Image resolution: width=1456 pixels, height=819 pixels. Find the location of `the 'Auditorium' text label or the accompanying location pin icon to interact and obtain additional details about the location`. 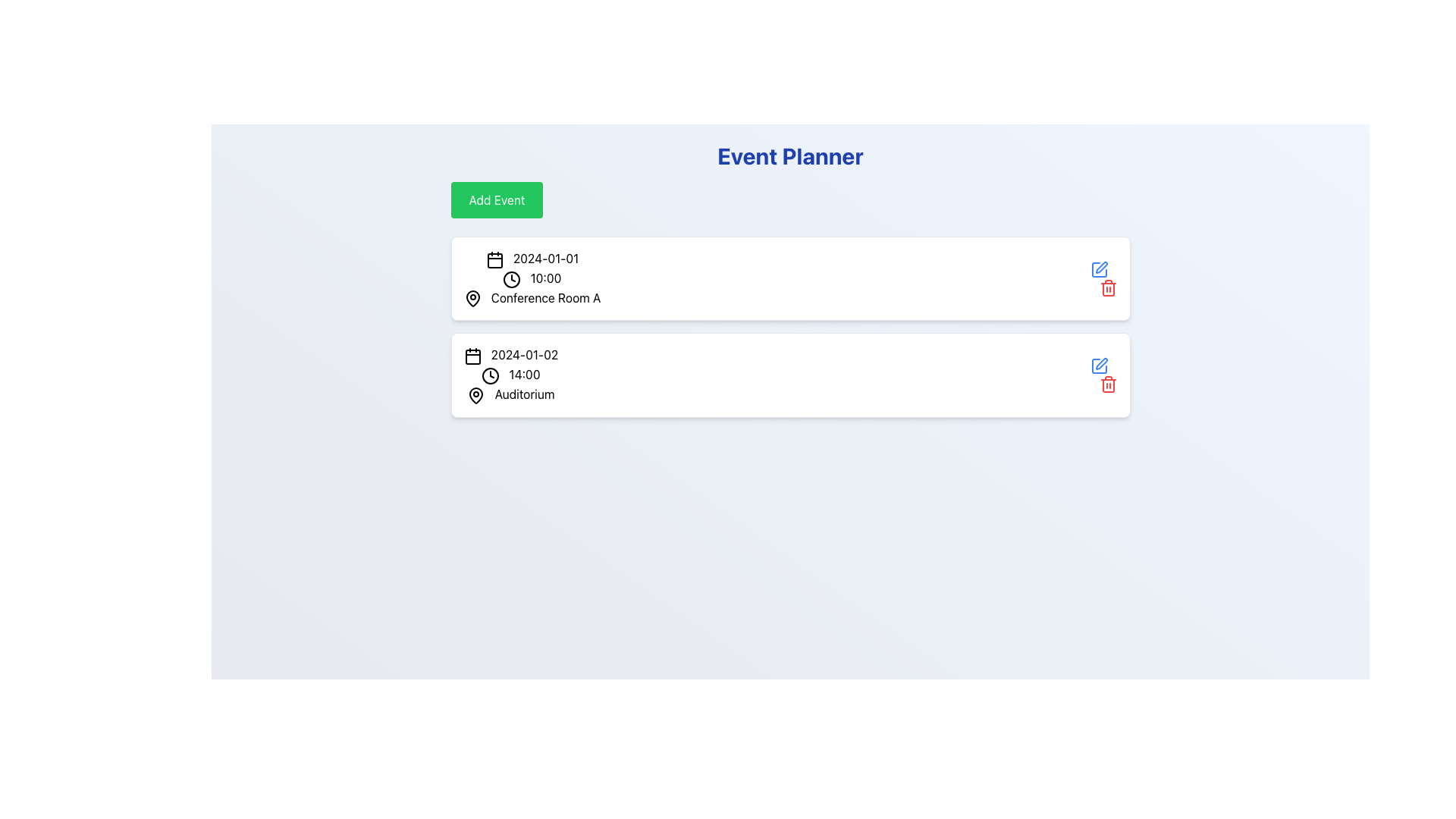

the 'Auditorium' text label or the accompanying location pin icon to interact and obtain additional details about the location is located at coordinates (510, 394).